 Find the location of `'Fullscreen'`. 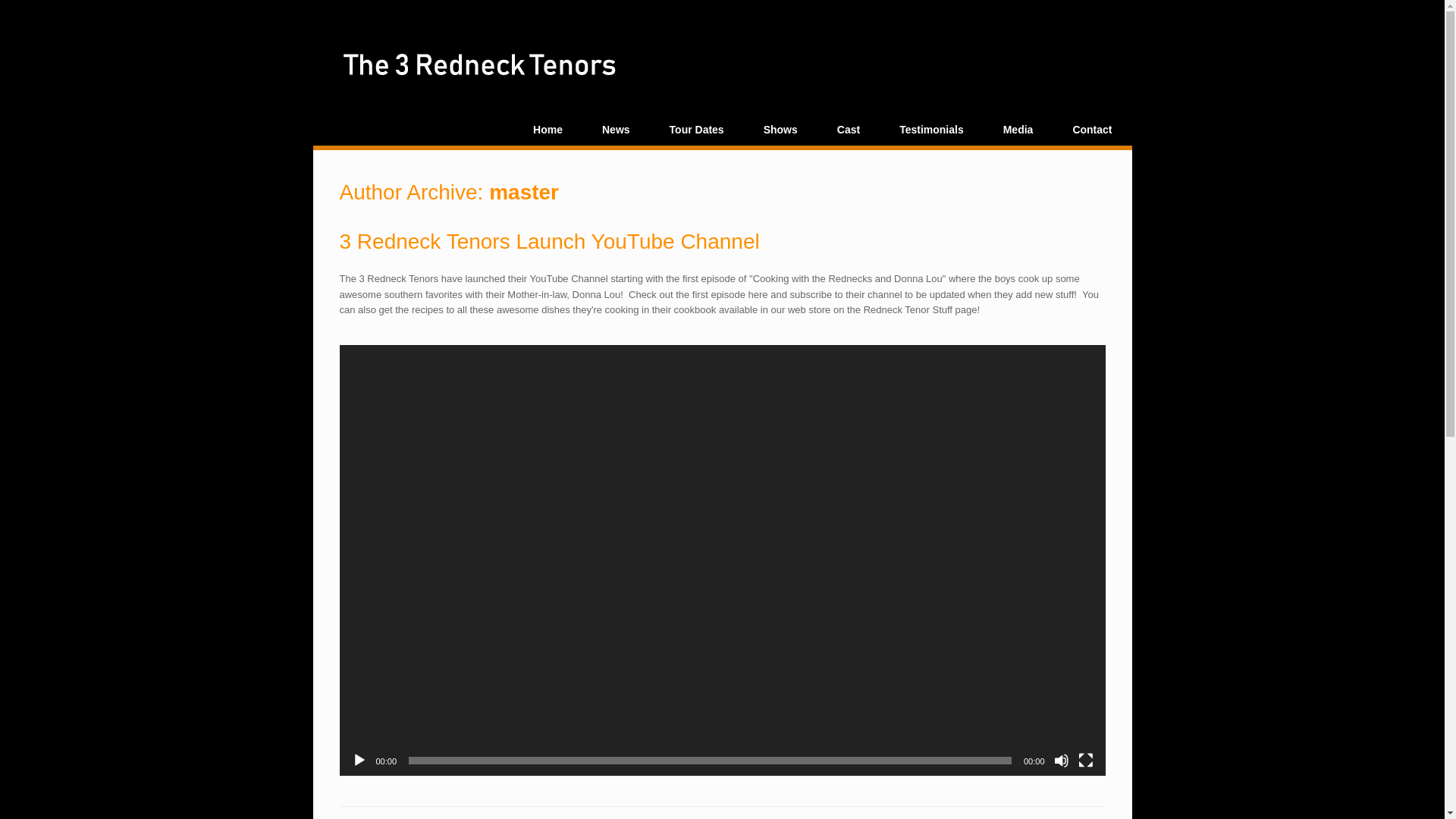

'Fullscreen' is located at coordinates (1084, 760).